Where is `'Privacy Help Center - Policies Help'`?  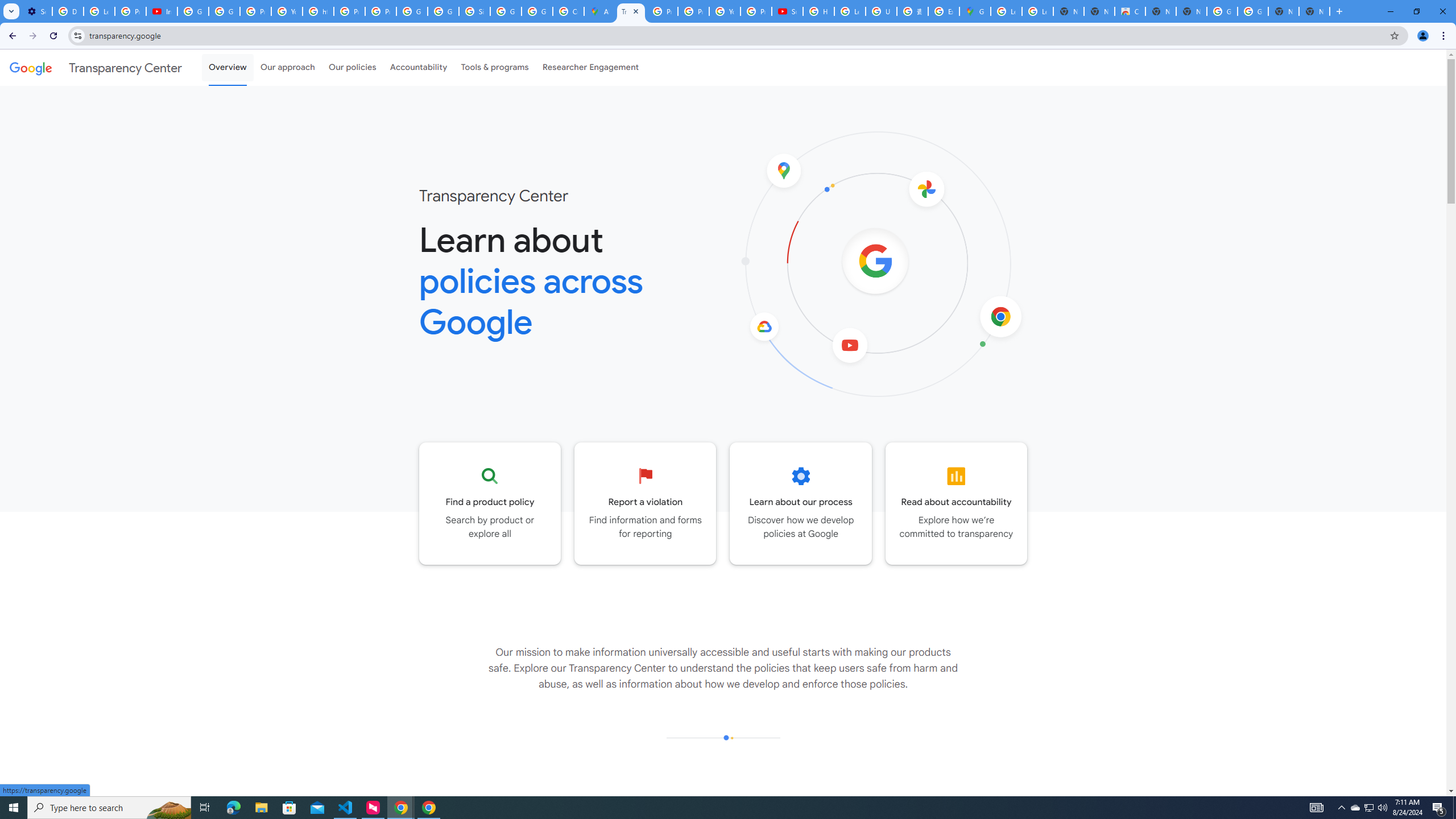 'Privacy Help Center - Policies Help' is located at coordinates (693, 11).